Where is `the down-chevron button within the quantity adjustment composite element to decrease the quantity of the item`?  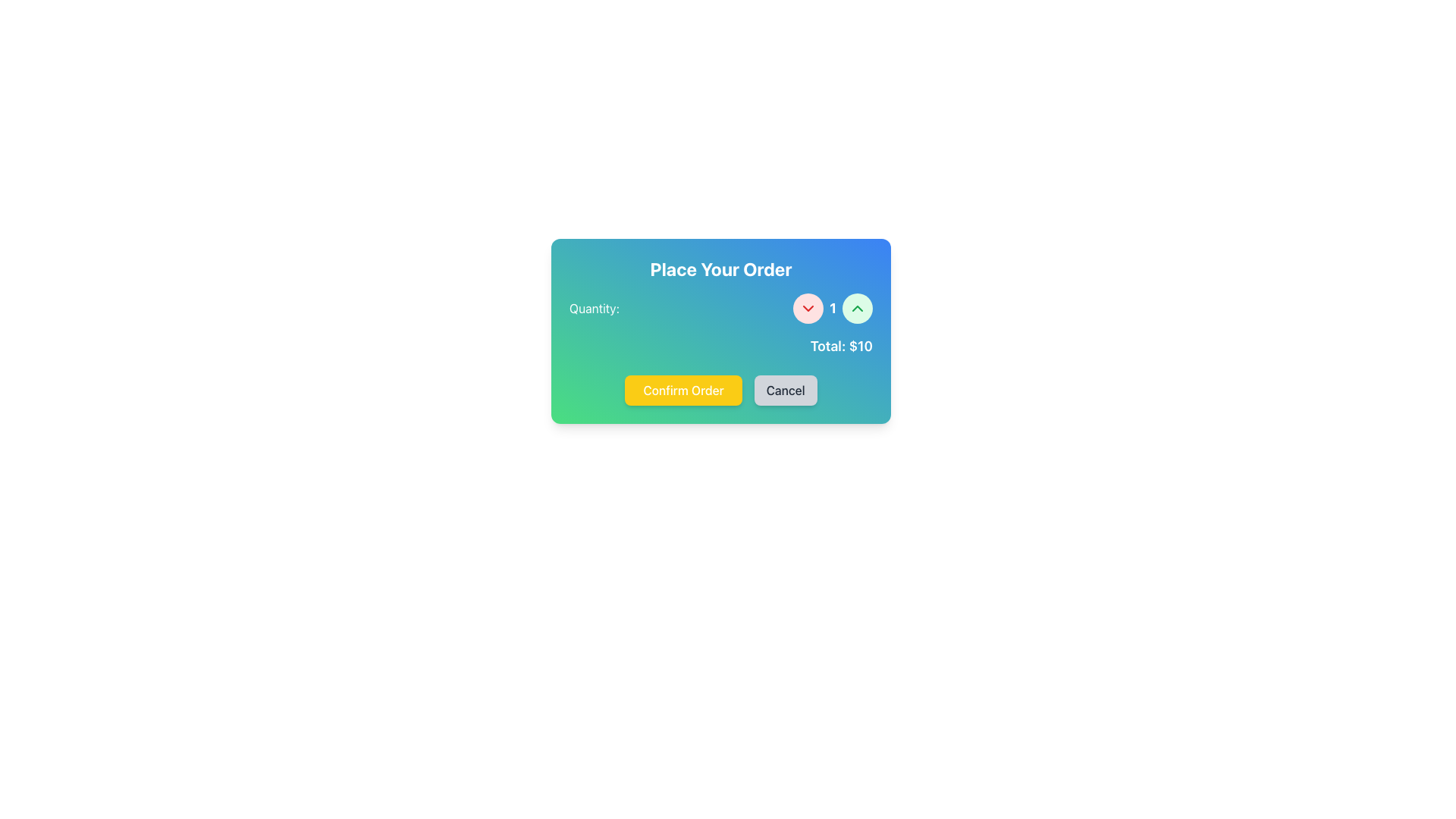
the down-chevron button within the quantity adjustment composite element to decrease the quantity of the item is located at coordinates (720, 308).